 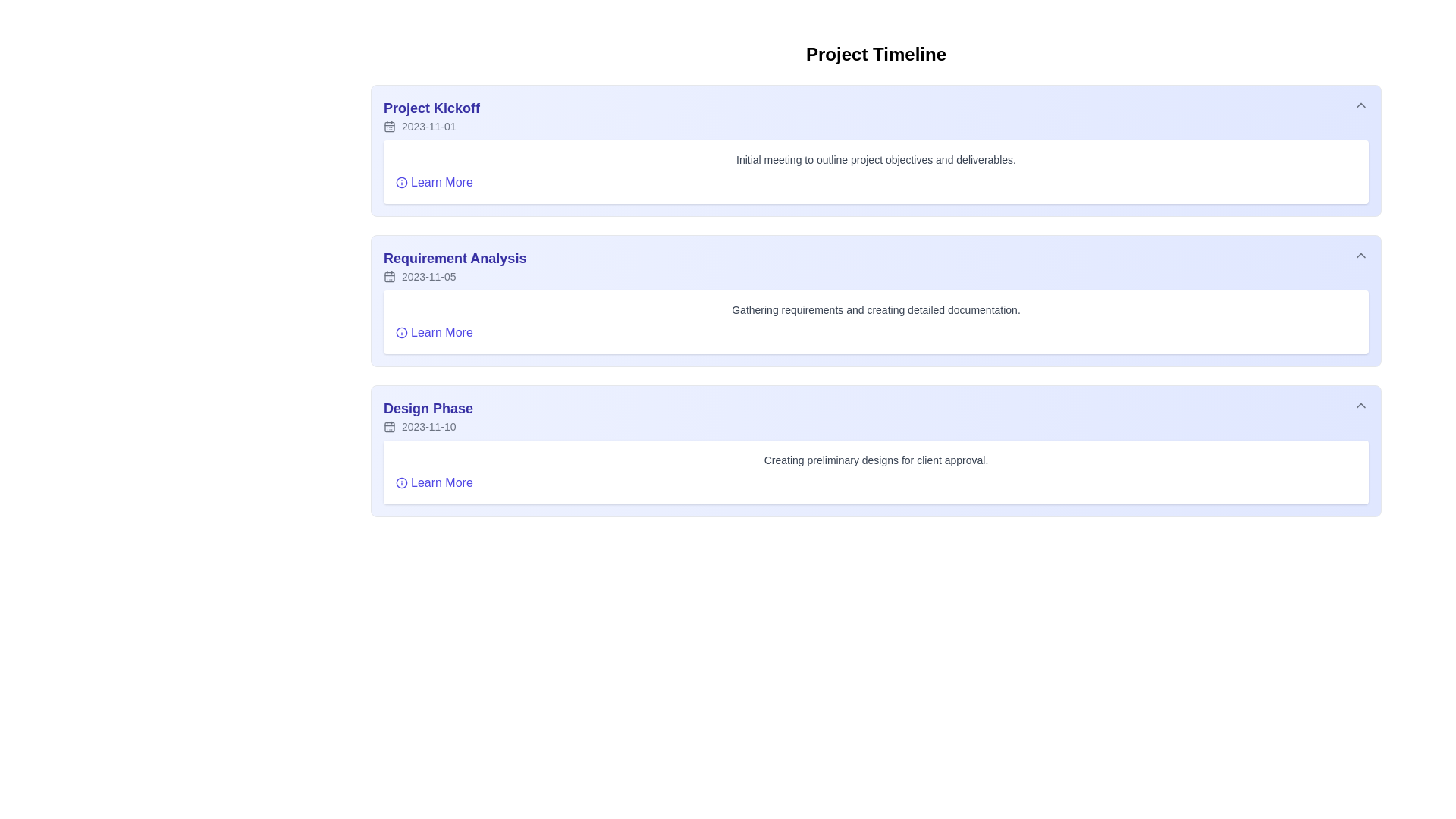 I want to click on the small circular 'info' icon with a thin, rounded border, located to the left of the 'Learn More' text under the 'Design Phase' section in the third card of the timeline, so click(x=401, y=482).